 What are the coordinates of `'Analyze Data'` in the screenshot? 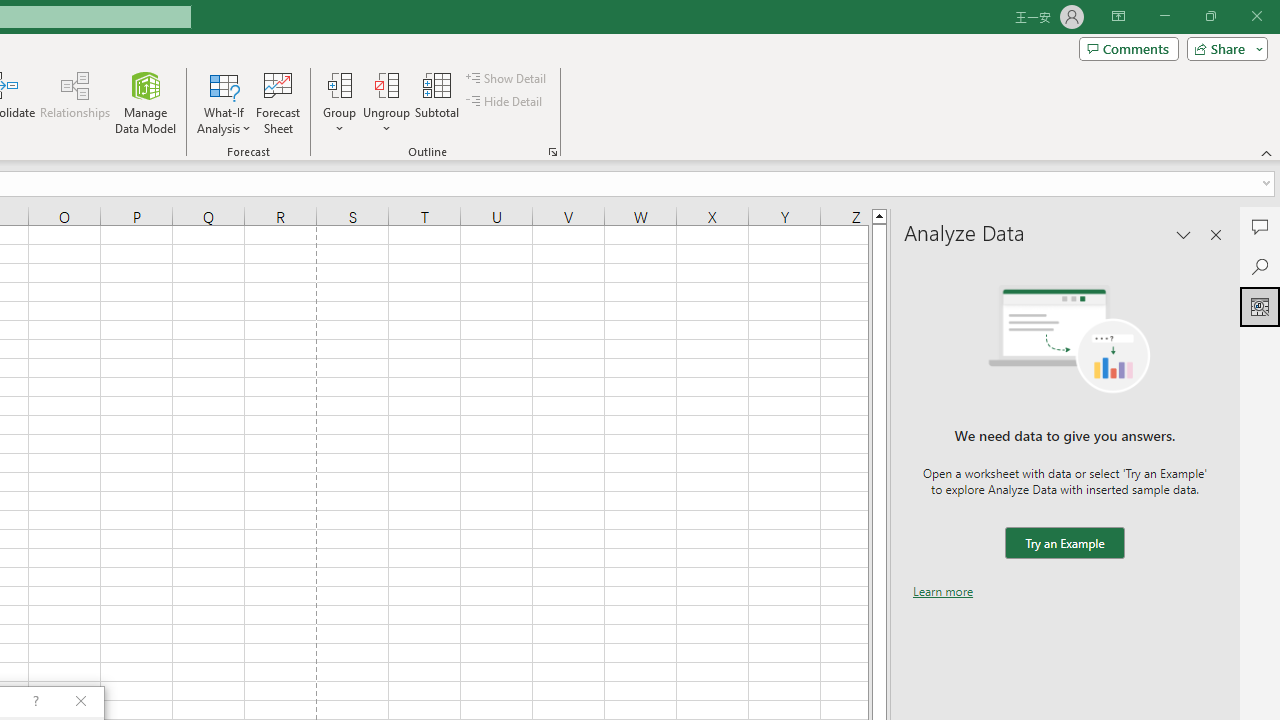 It's located at (1259, 307).